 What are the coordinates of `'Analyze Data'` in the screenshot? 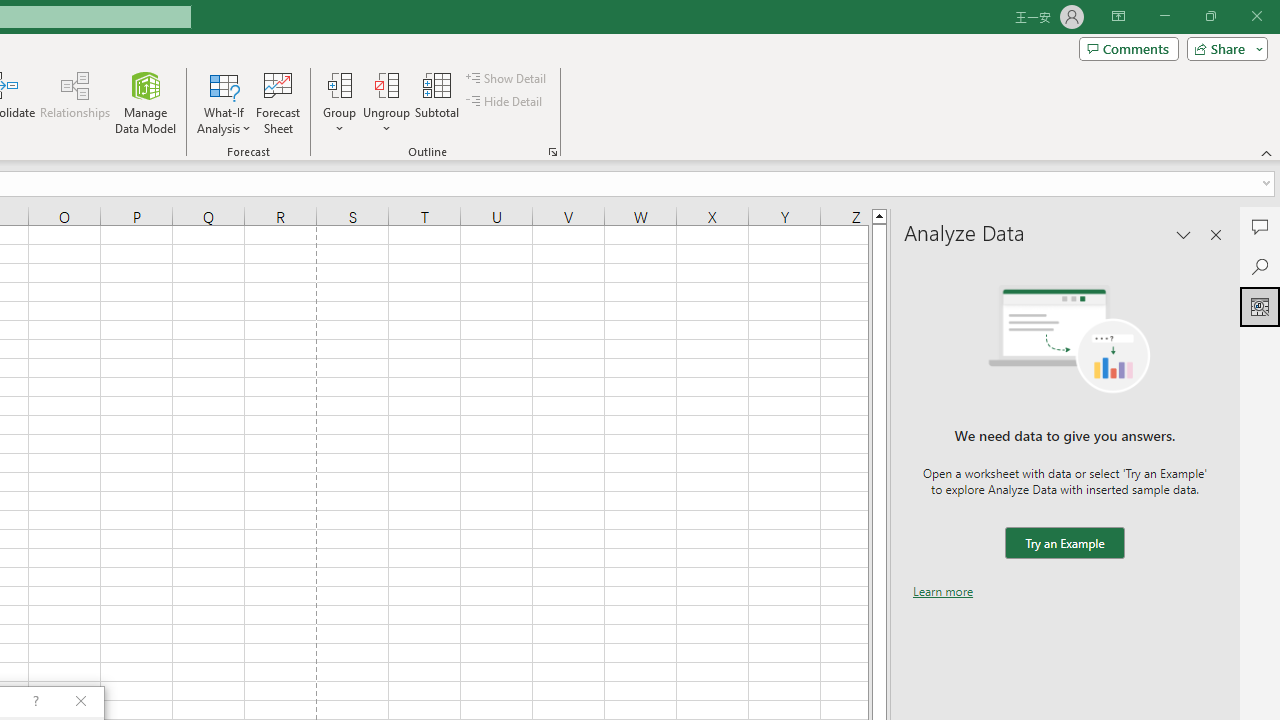 It's located at (1259, 307).